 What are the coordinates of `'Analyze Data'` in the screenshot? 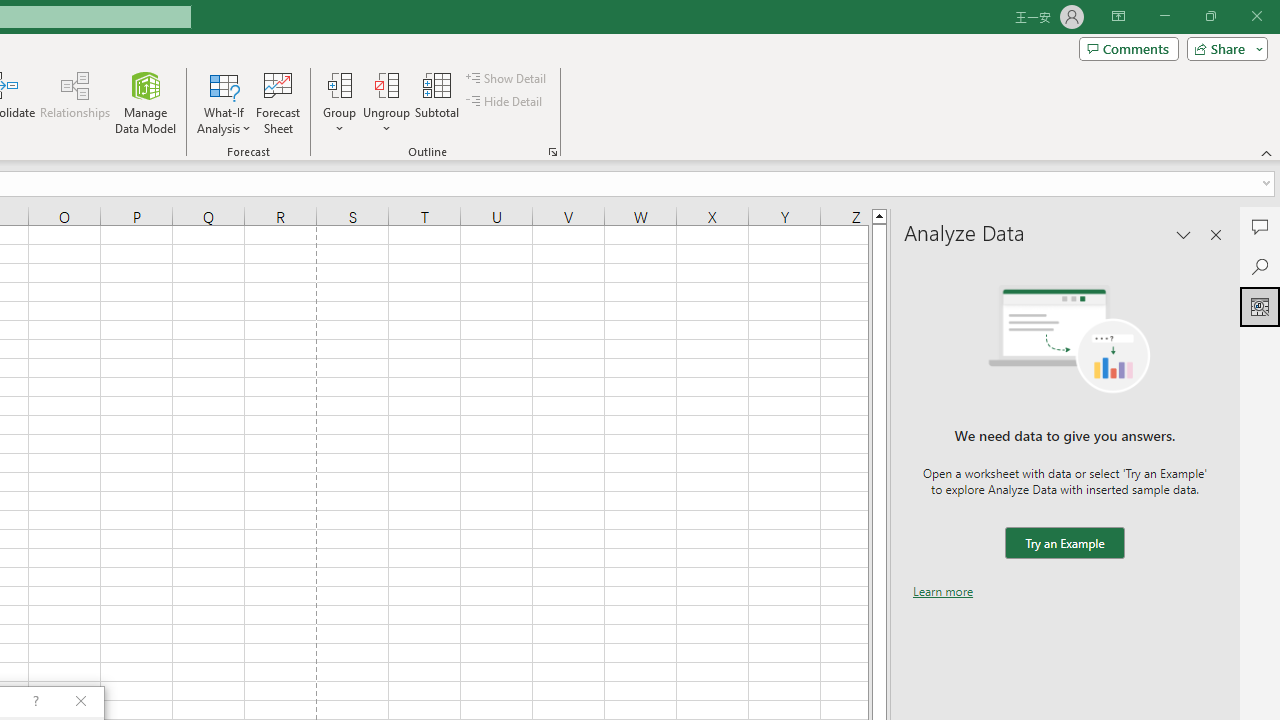 It's located at (1259, 307).